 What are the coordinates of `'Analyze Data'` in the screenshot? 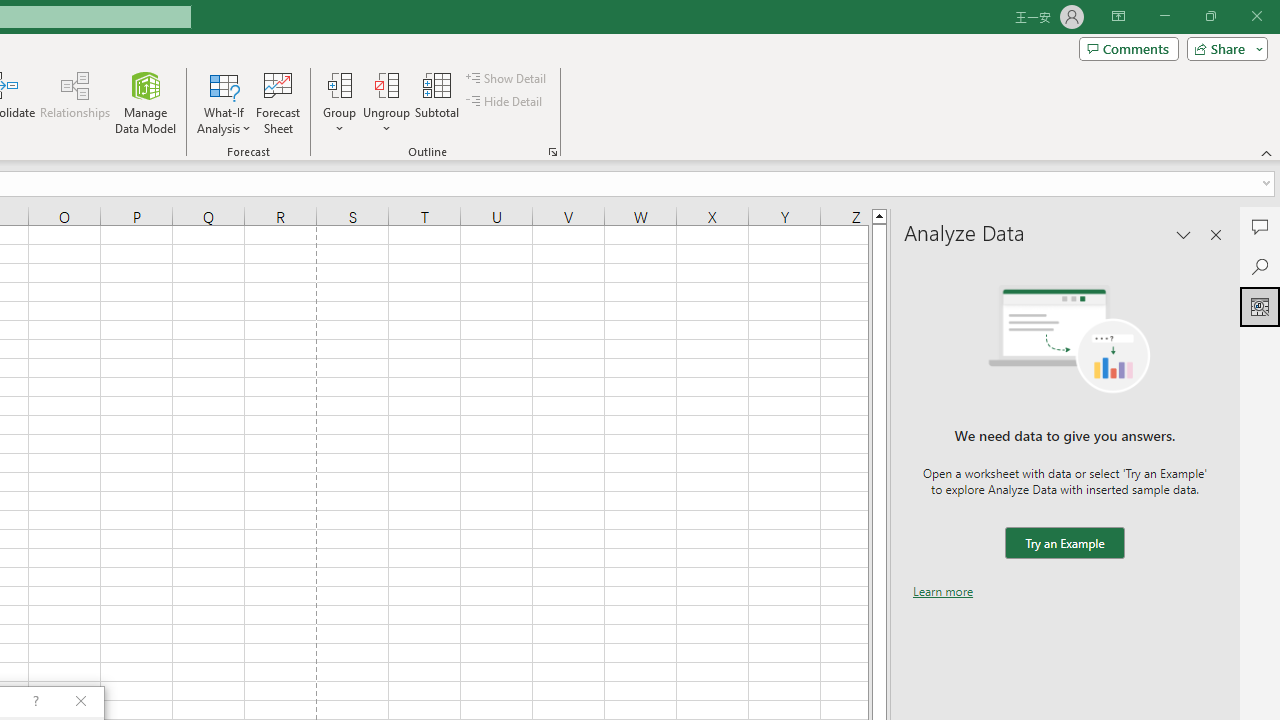 It's located at (1259, 307).